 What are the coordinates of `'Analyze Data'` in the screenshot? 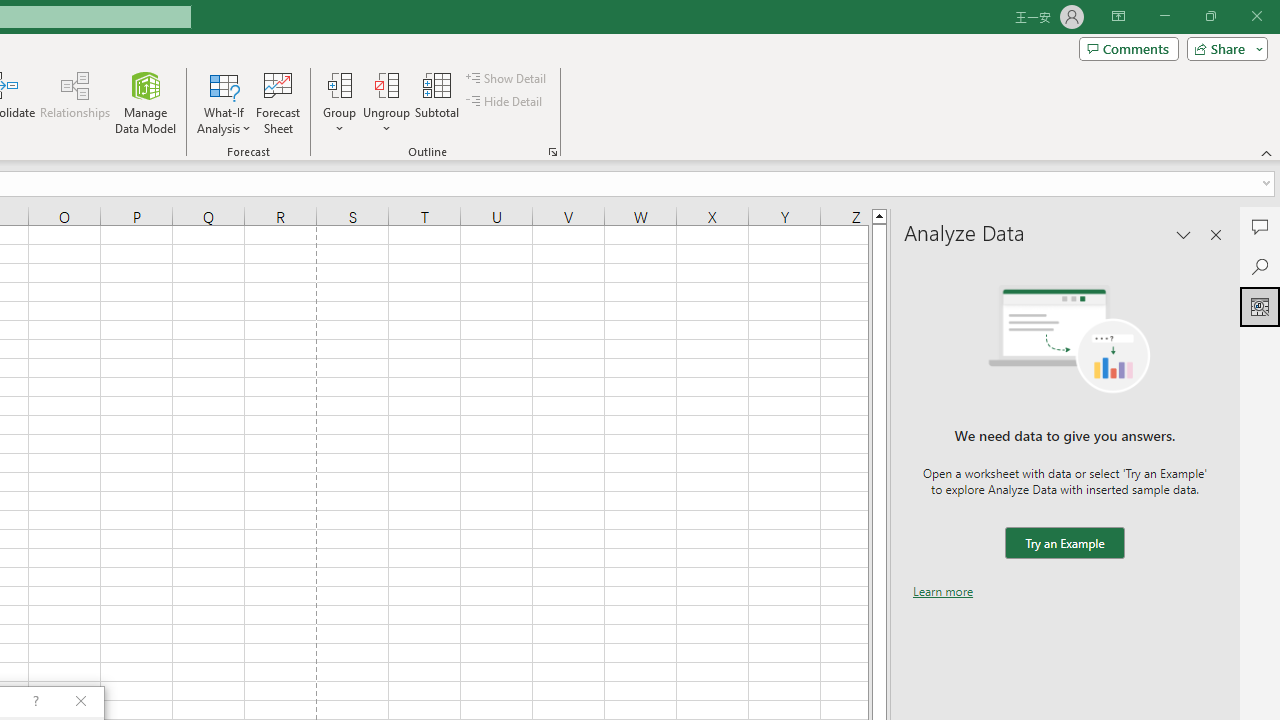 It's located at (1259, 307).